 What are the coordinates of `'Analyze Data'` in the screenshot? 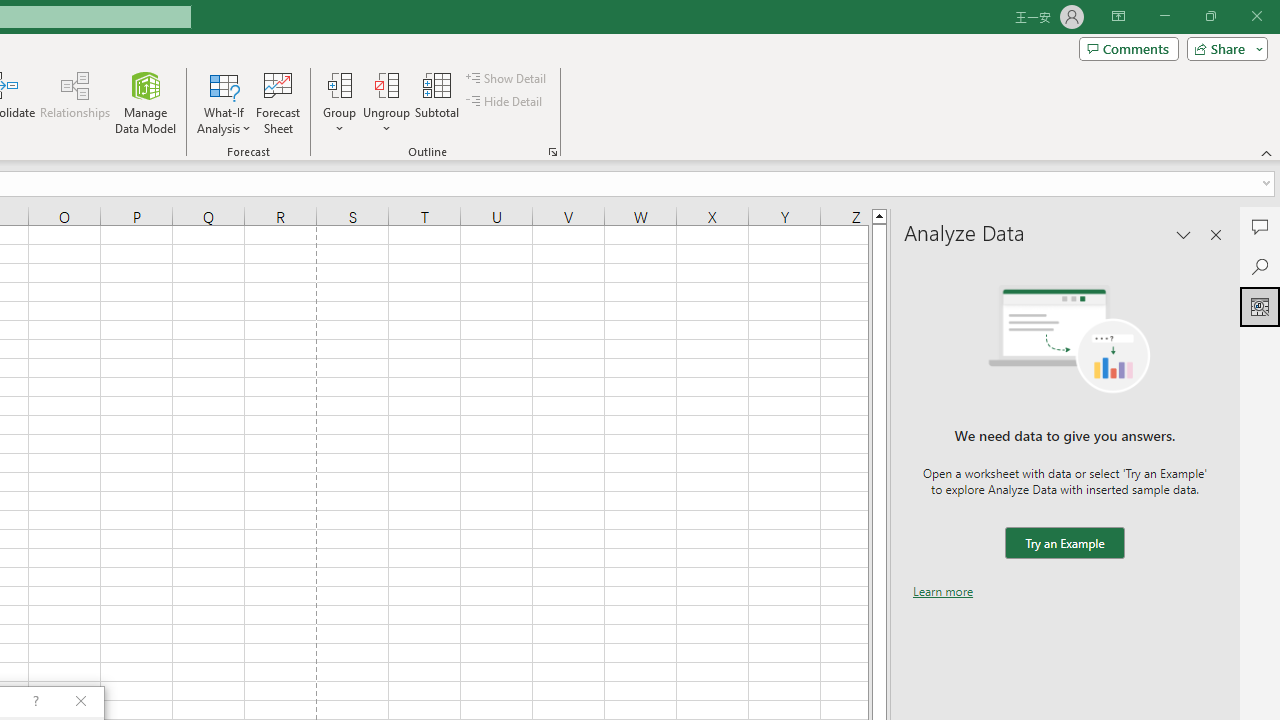 It's located at (1259, 307).